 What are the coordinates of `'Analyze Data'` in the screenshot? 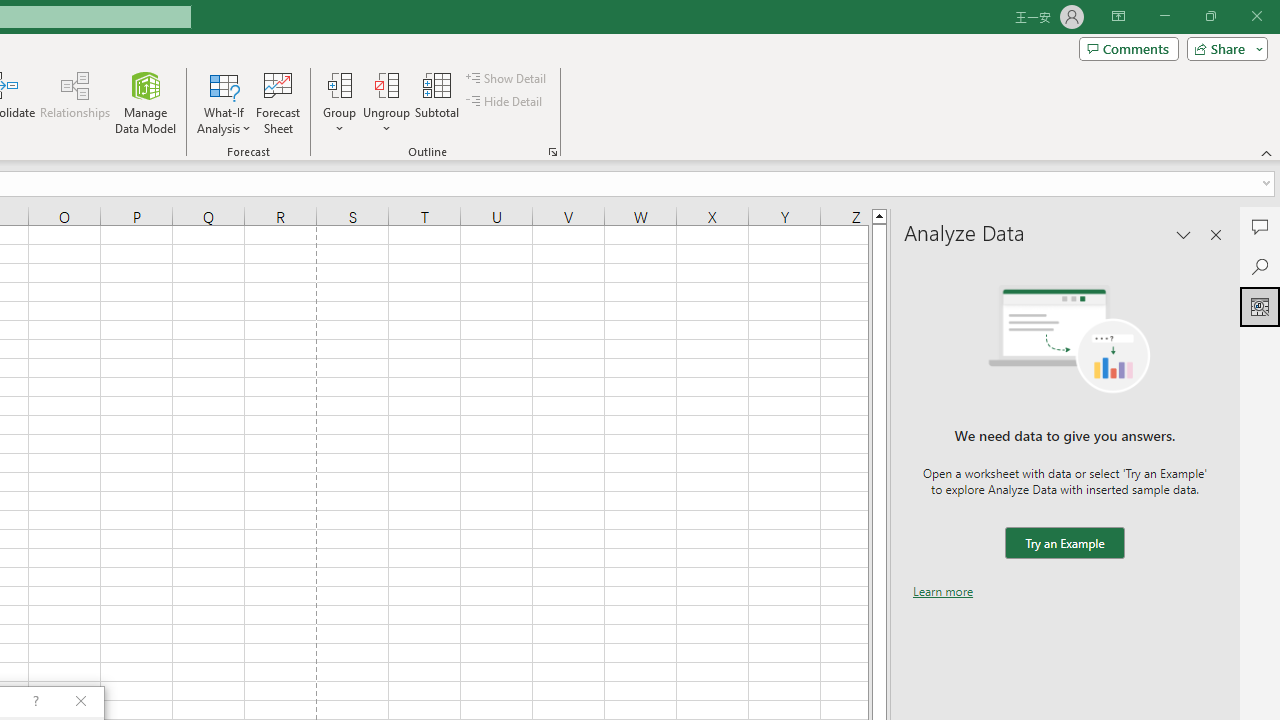 It's located at (1259, 307).